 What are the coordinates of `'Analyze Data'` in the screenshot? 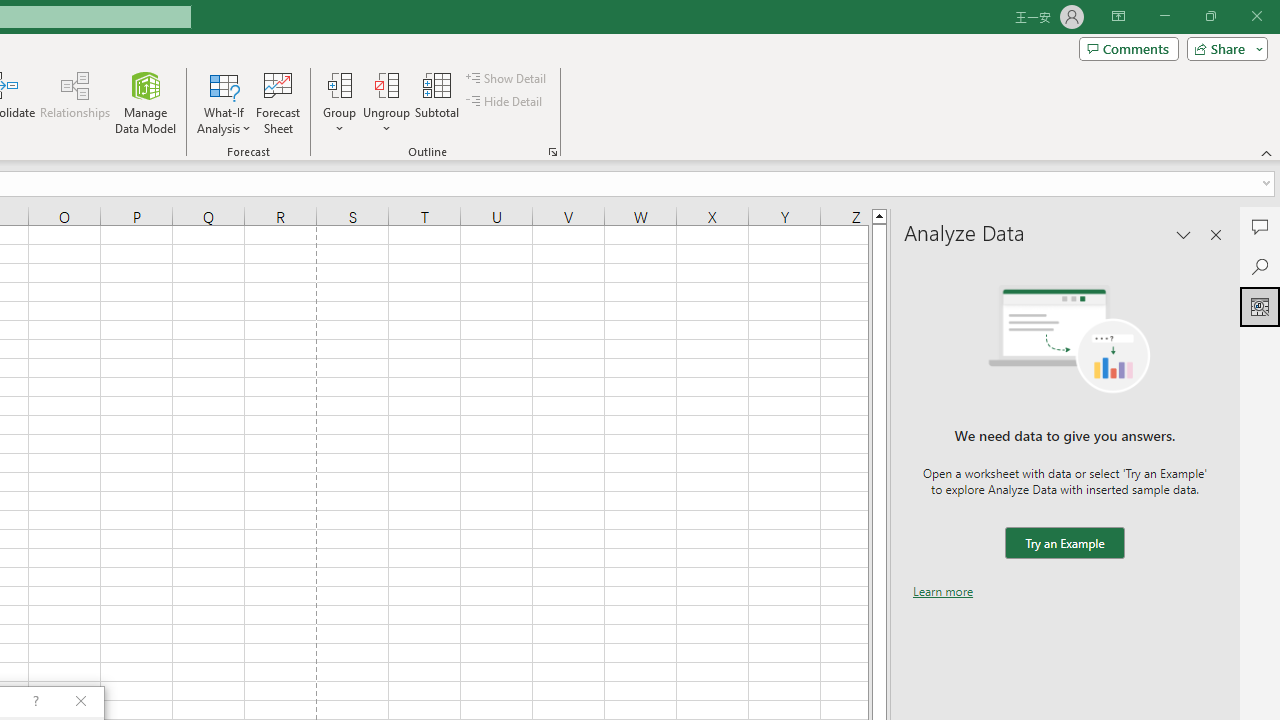 It's located at (1259, 307).